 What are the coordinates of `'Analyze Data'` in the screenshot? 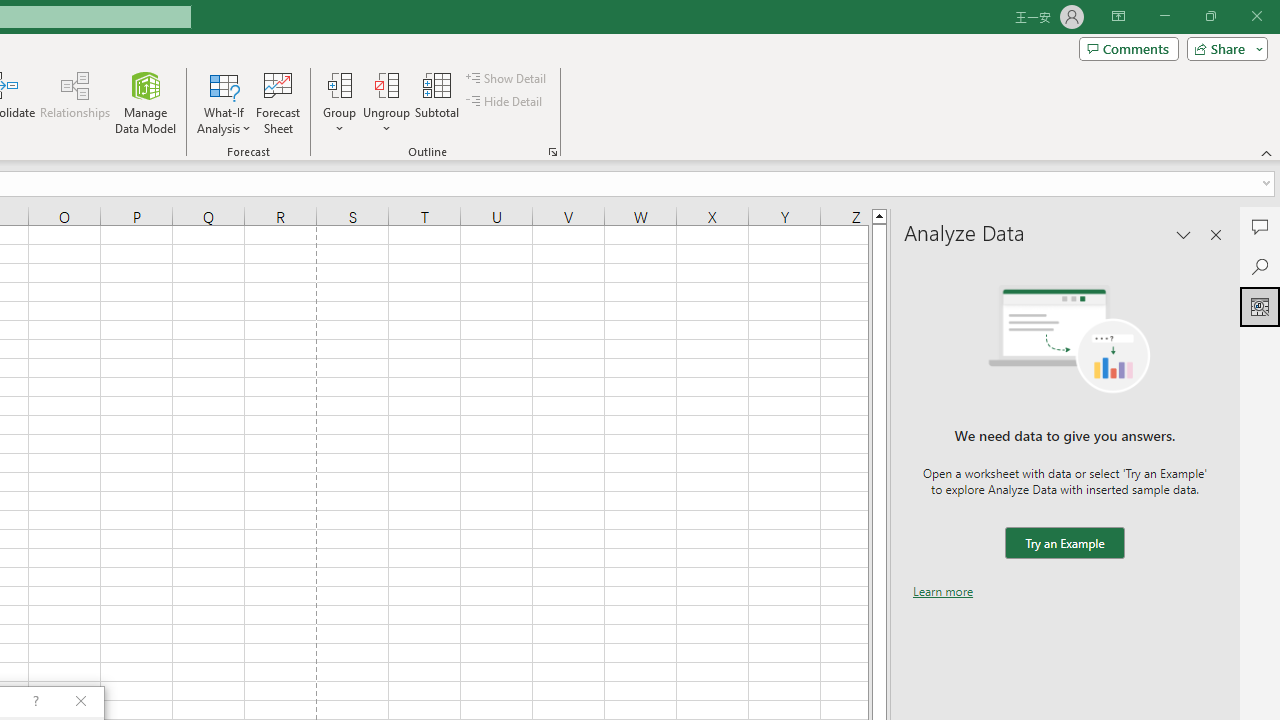 It's located at (1259, 307).